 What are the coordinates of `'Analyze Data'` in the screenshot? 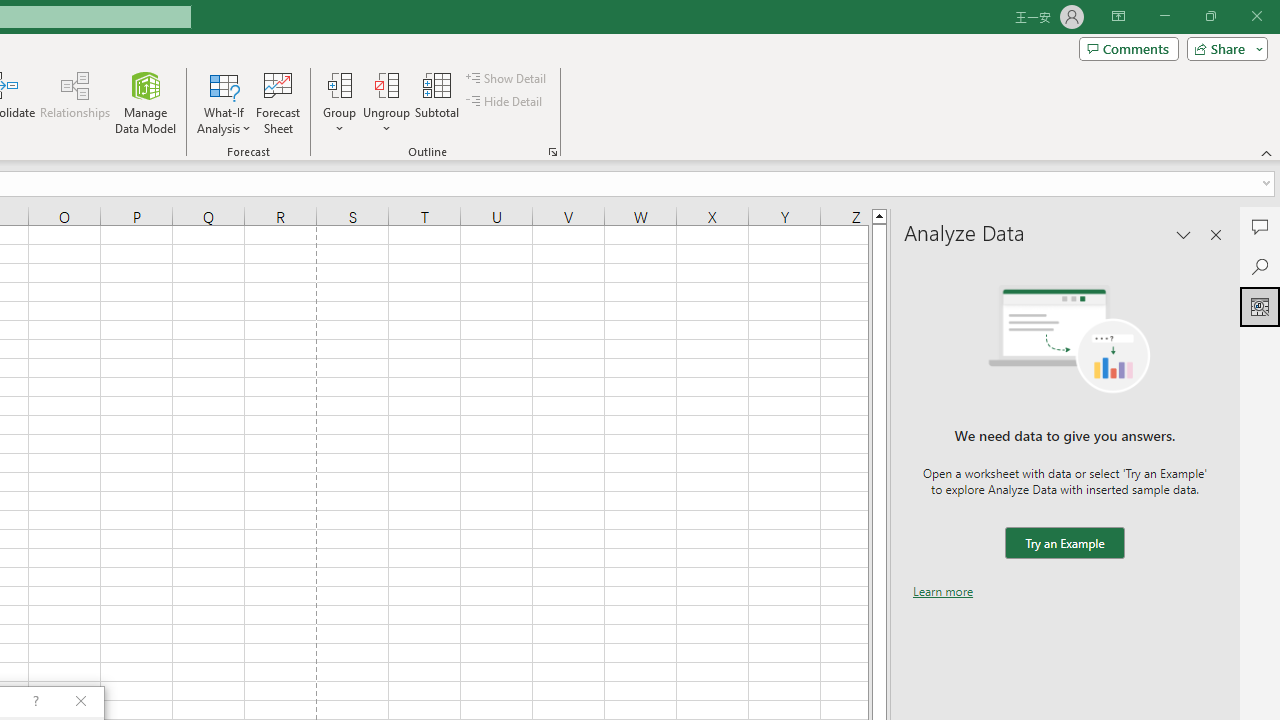 It's located at (1259, 307).